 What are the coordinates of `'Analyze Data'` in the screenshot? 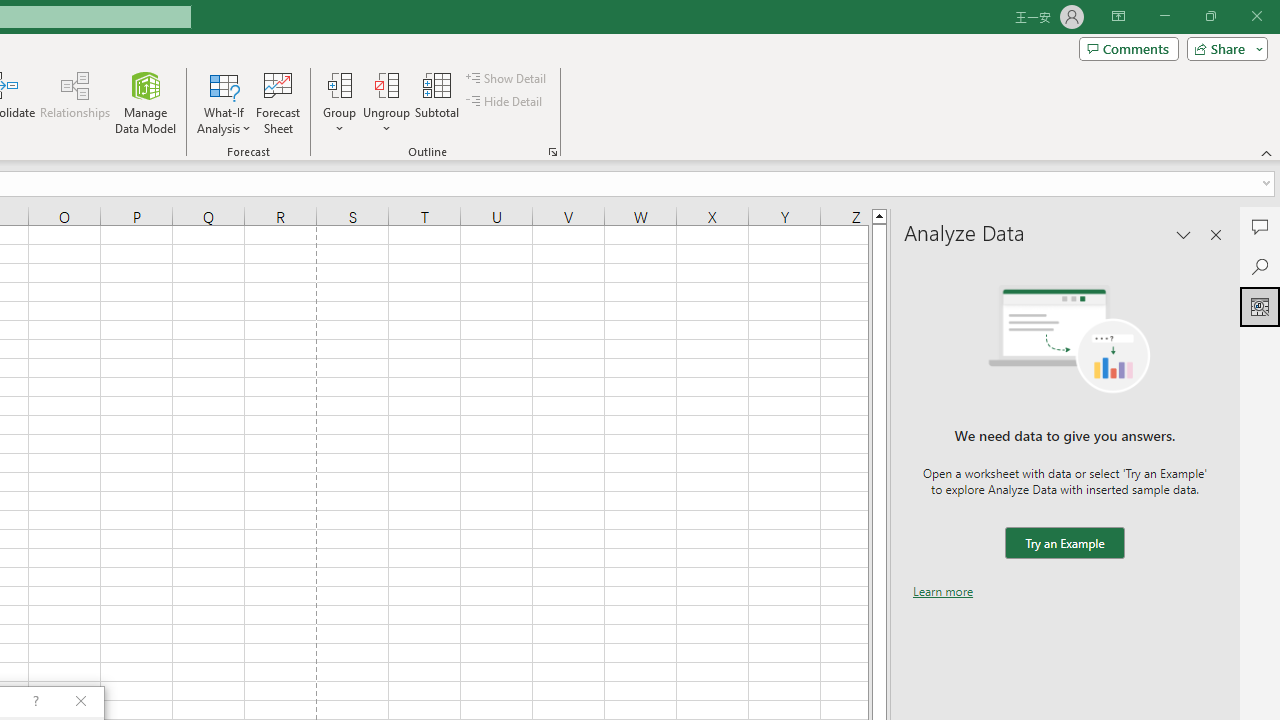 It's located at (1259, 307).